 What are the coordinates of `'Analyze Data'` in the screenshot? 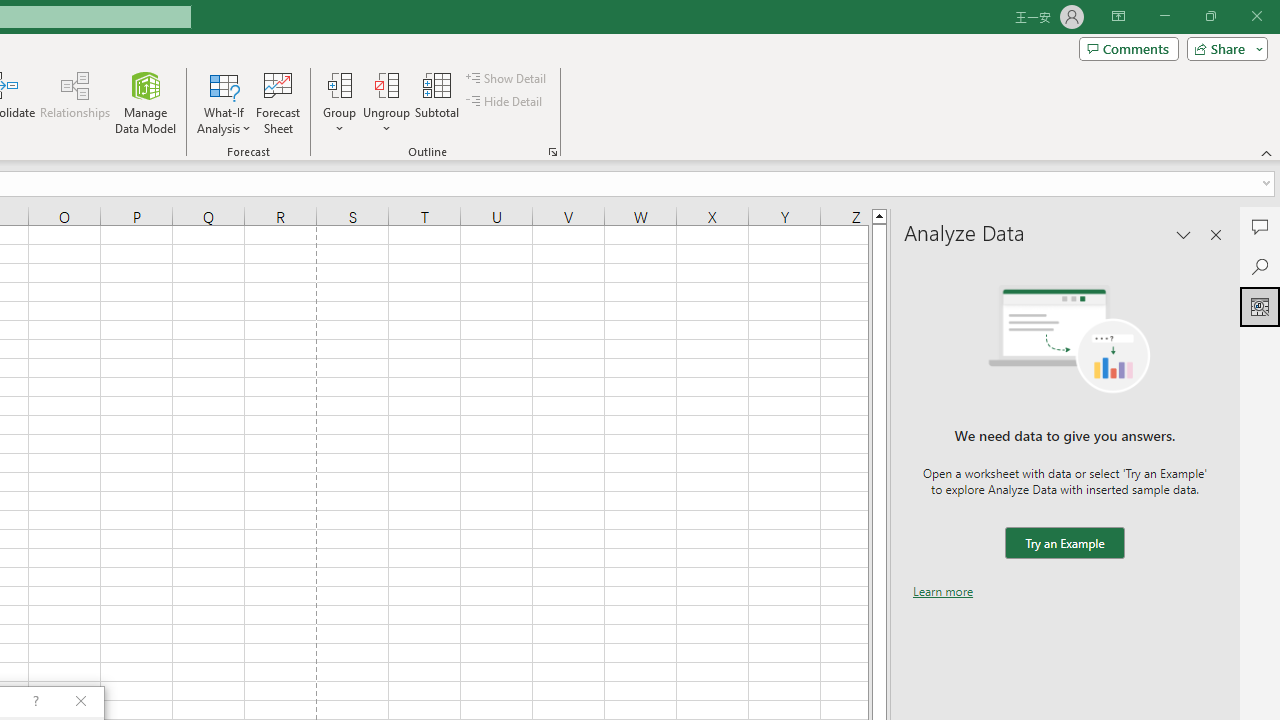 It's located at (1259, 307).